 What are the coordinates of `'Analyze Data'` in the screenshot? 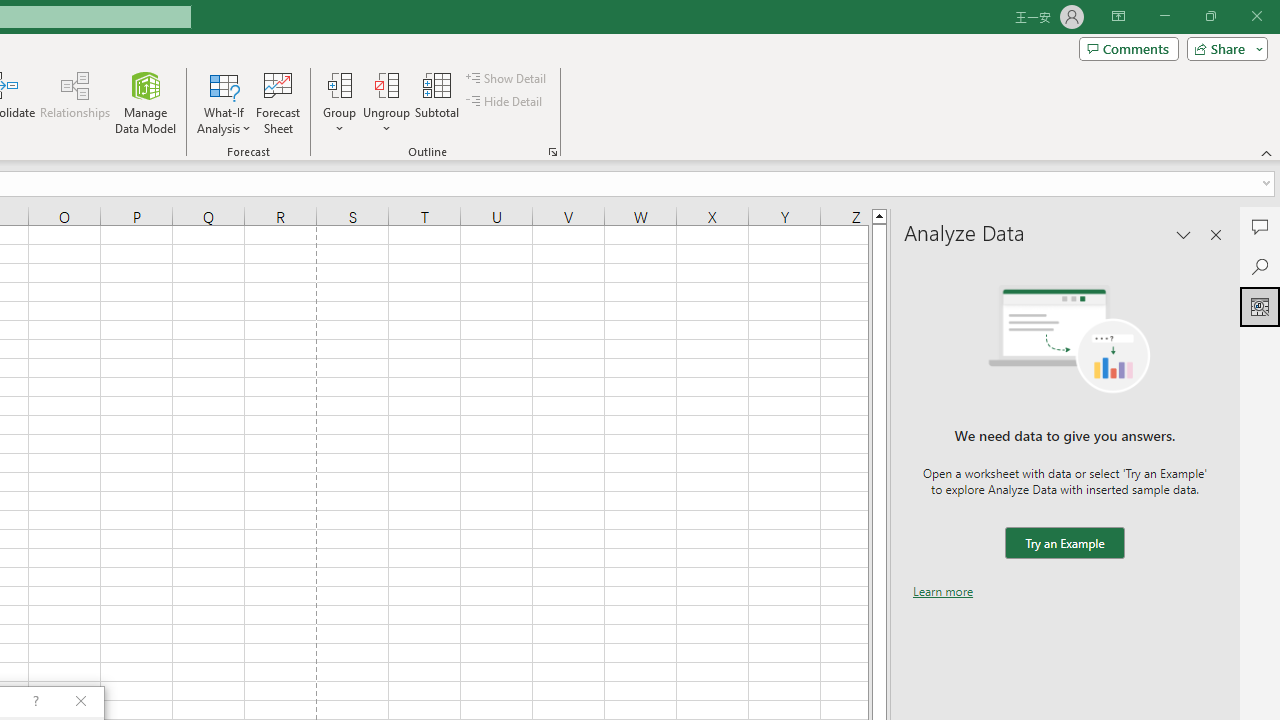 It's located at (1259, 307).